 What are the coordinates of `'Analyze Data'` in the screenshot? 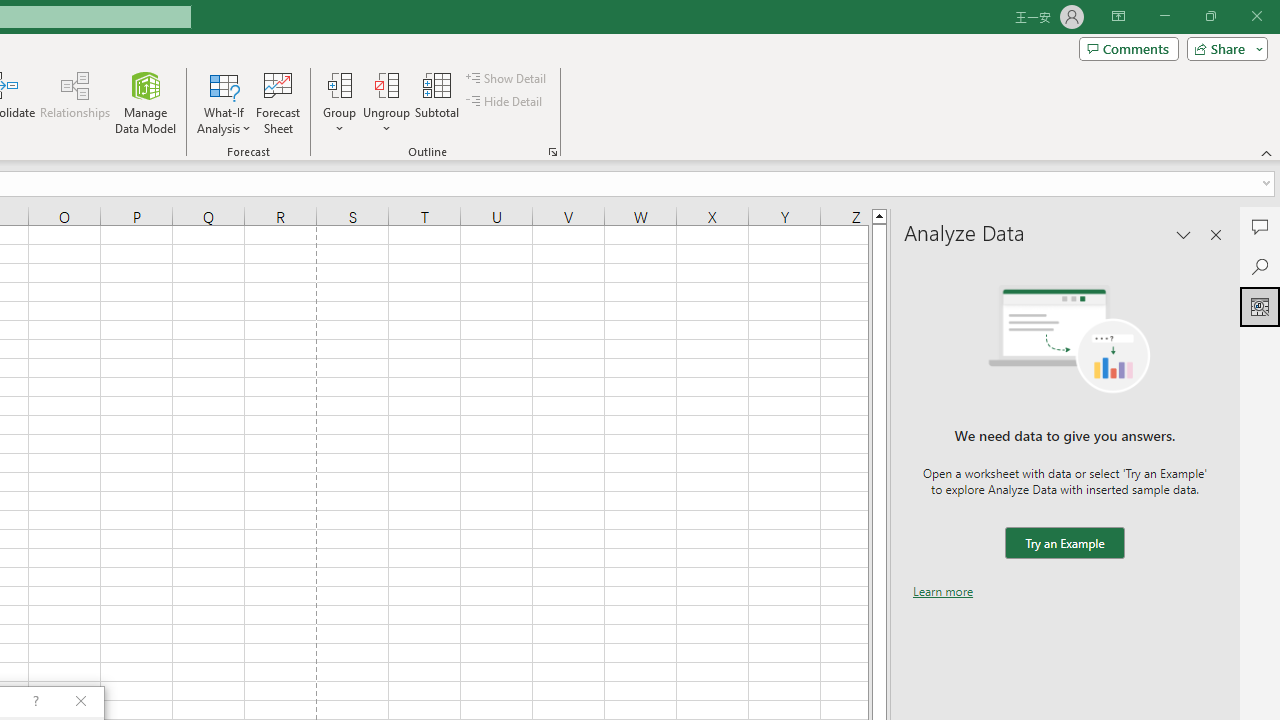 It's located at (1259, 307).